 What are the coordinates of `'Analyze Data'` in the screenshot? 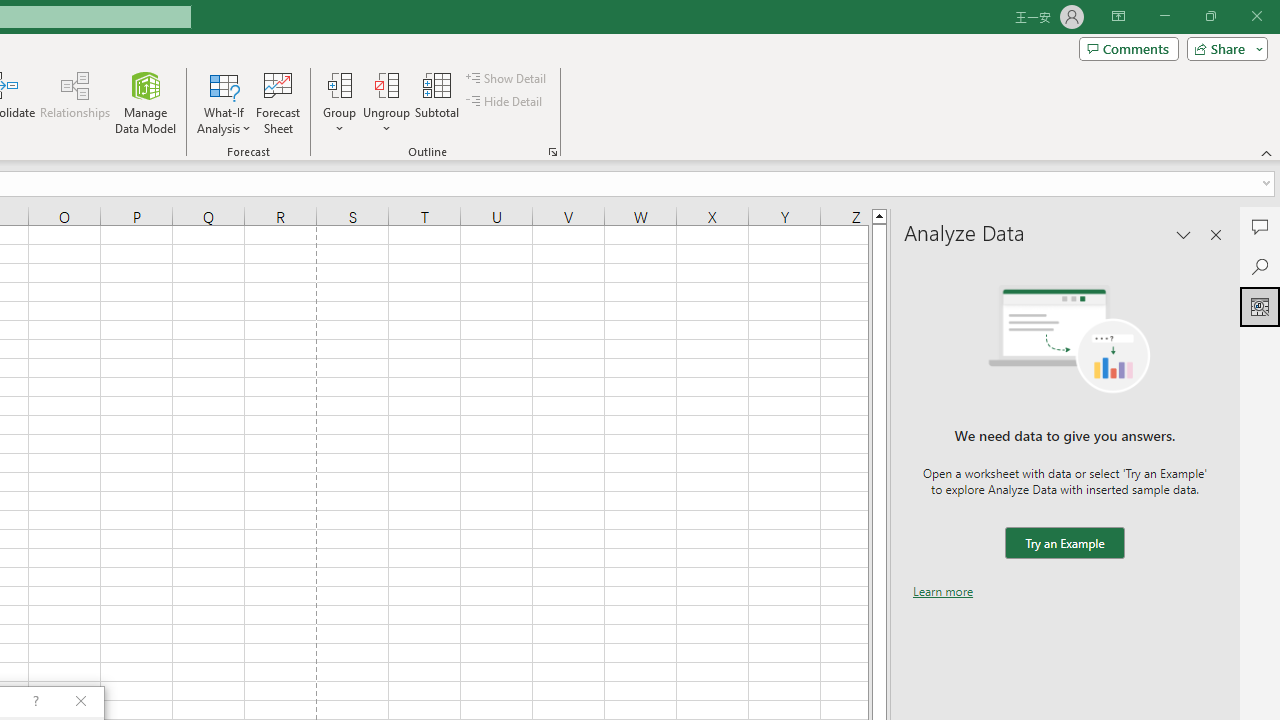 It's located at (1259, 307).